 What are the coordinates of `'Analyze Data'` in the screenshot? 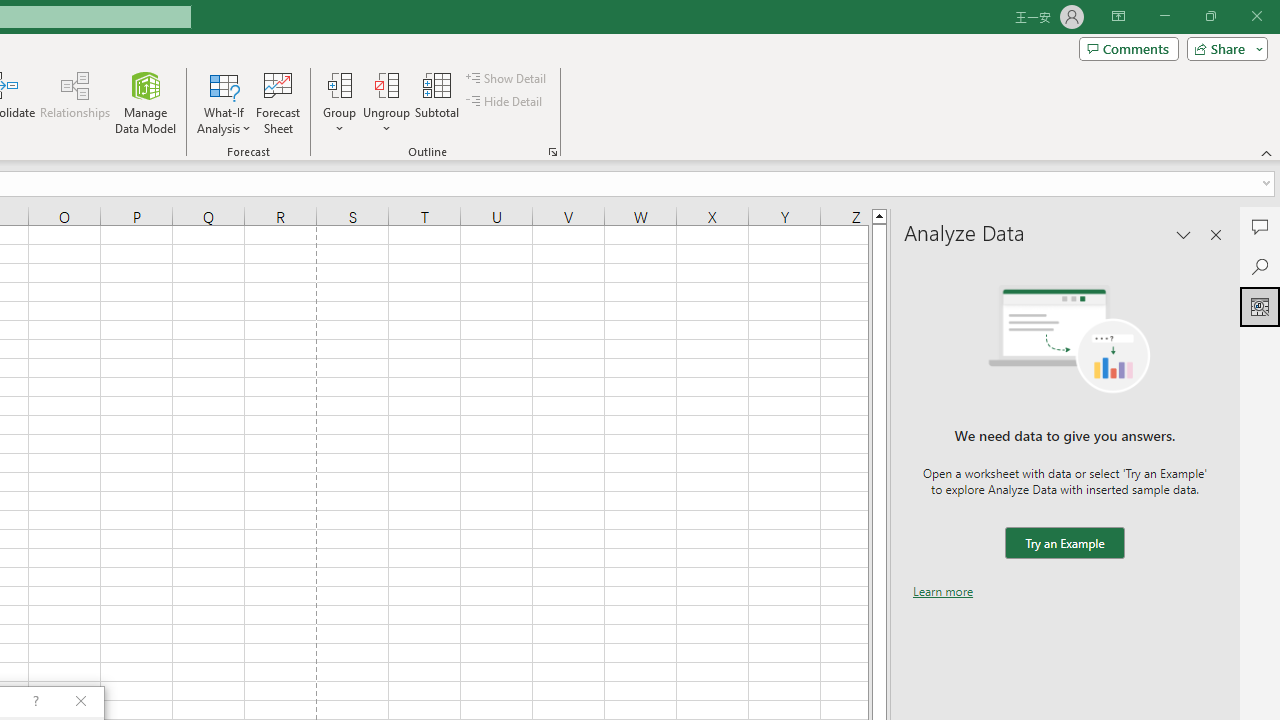 It's located at (1259, 307).